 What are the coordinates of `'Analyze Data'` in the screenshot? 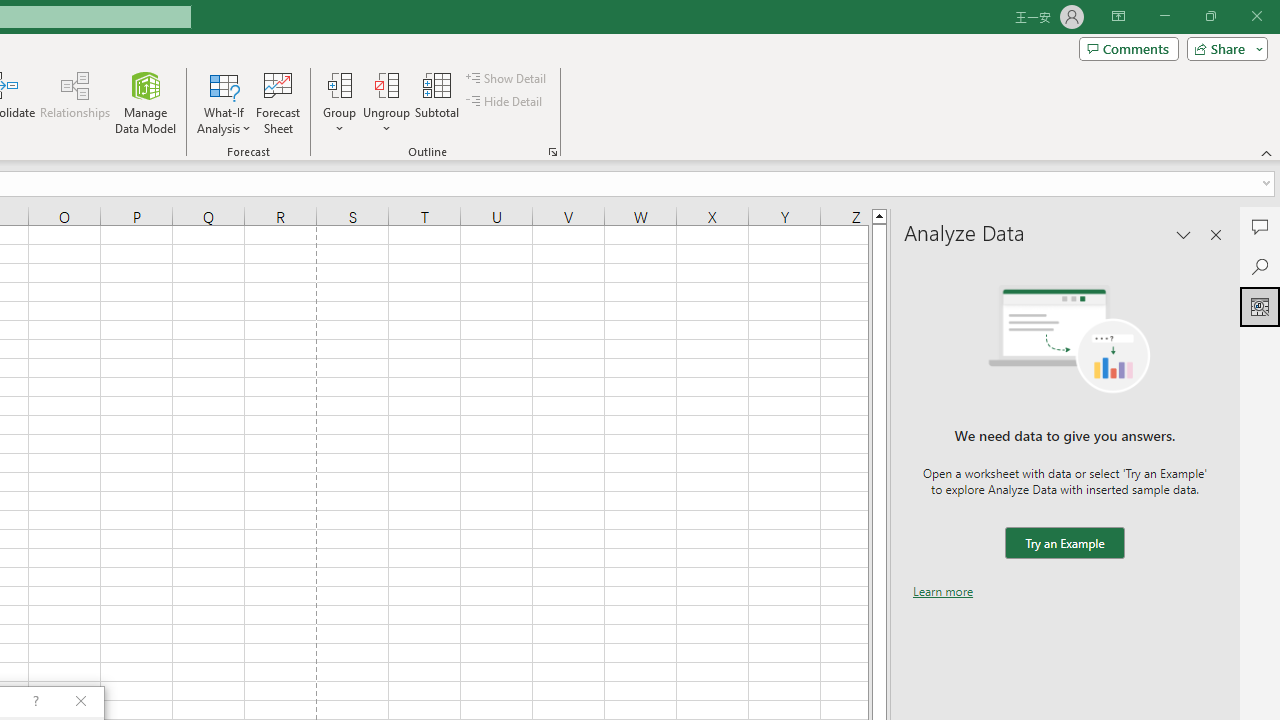 It's located at (1259, 307).